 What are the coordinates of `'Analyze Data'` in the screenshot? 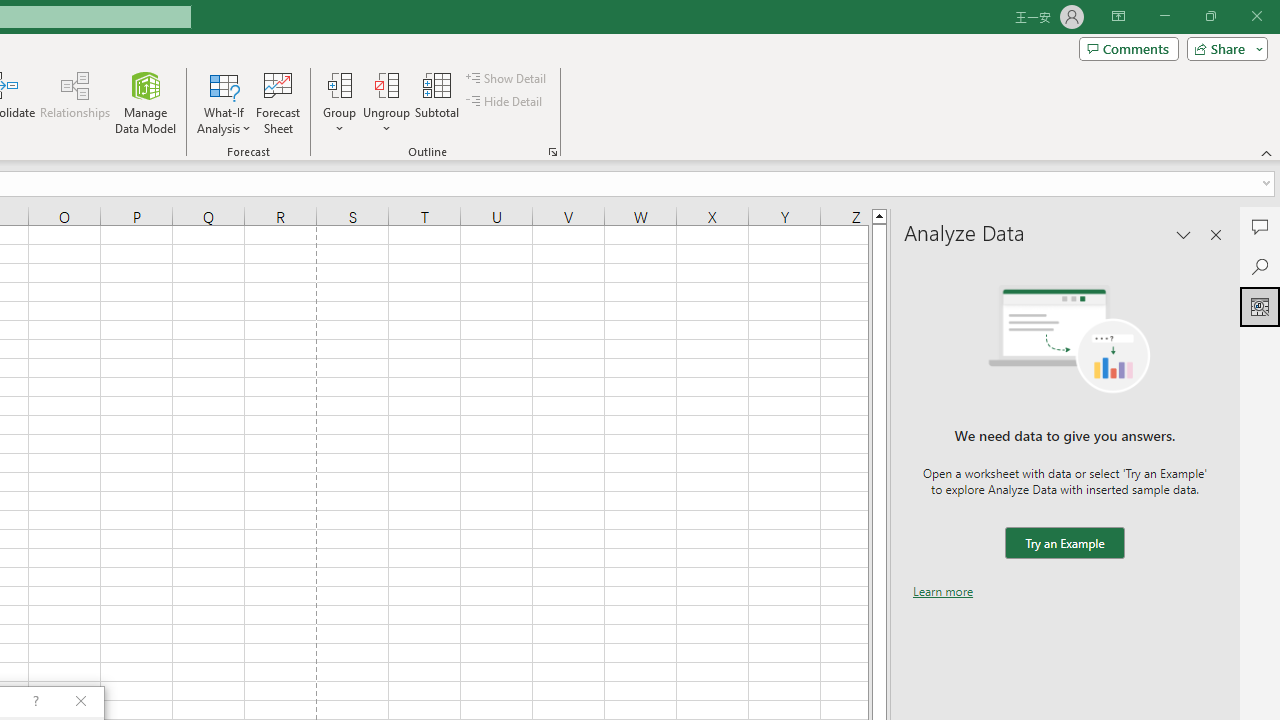 It's located at (1259, 307).